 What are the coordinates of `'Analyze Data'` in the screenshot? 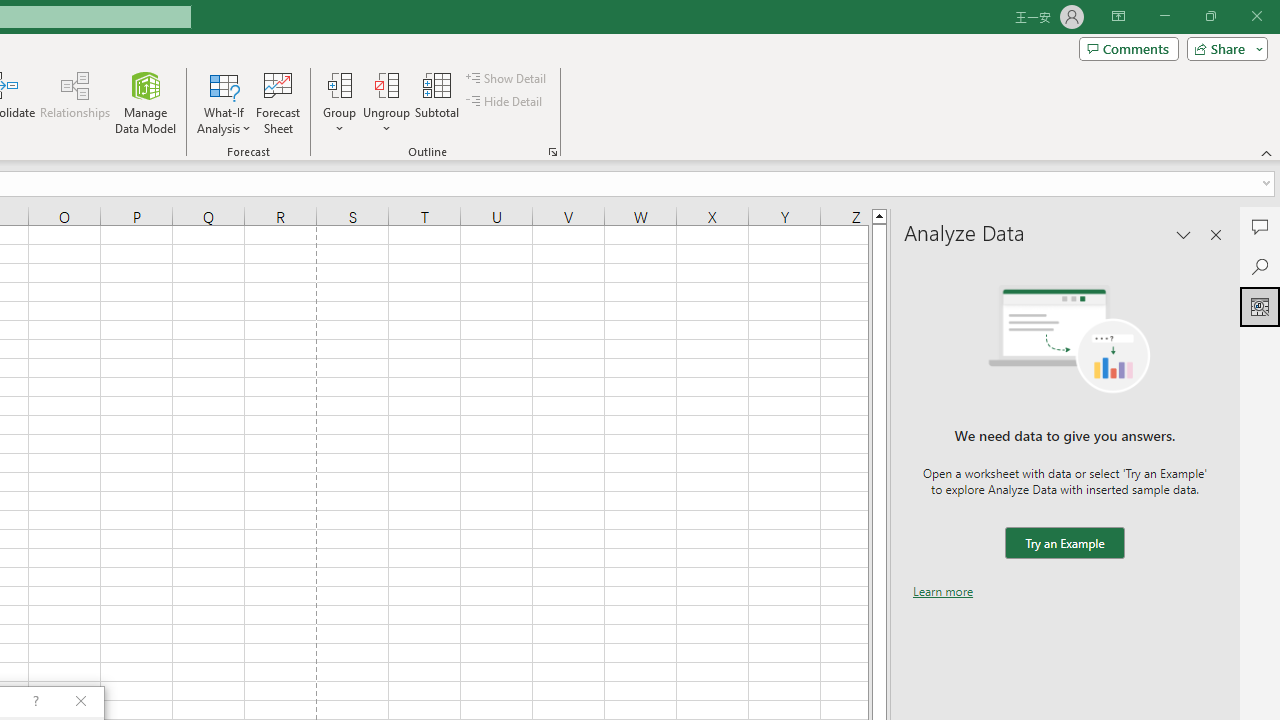 It's located at (1259, 307).